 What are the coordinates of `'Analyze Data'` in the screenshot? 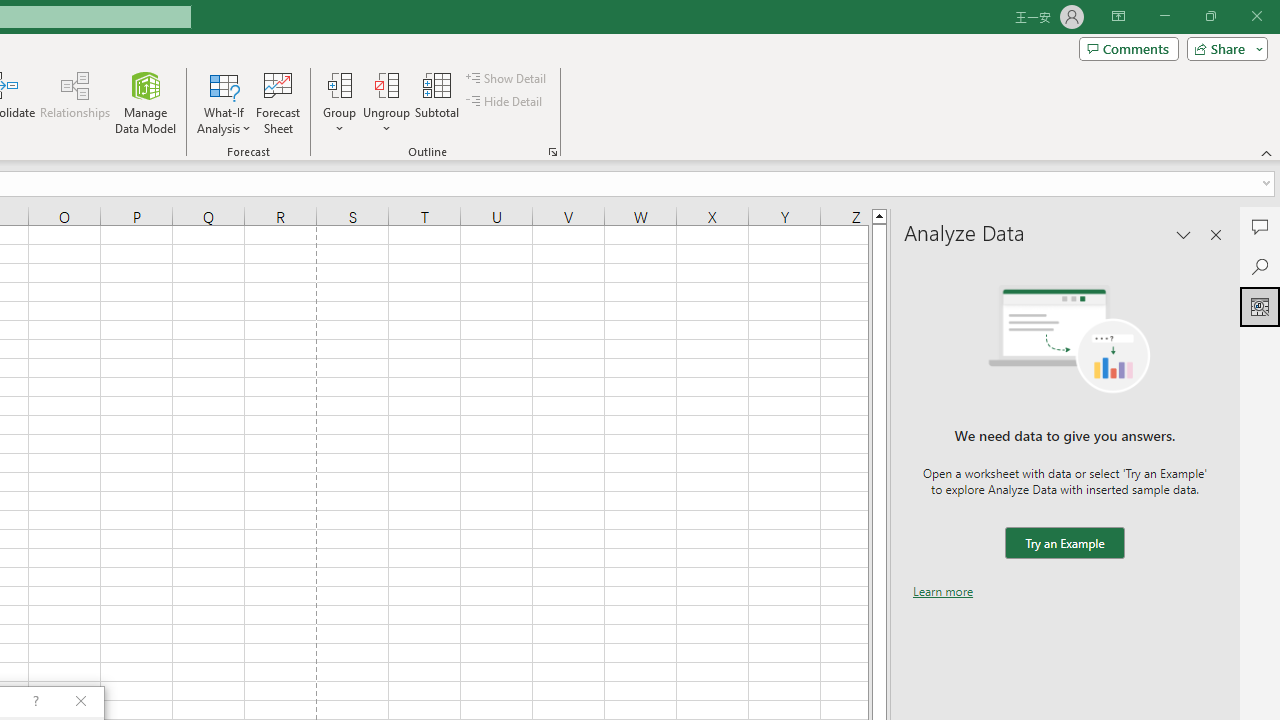 It's located at (1259, 307).